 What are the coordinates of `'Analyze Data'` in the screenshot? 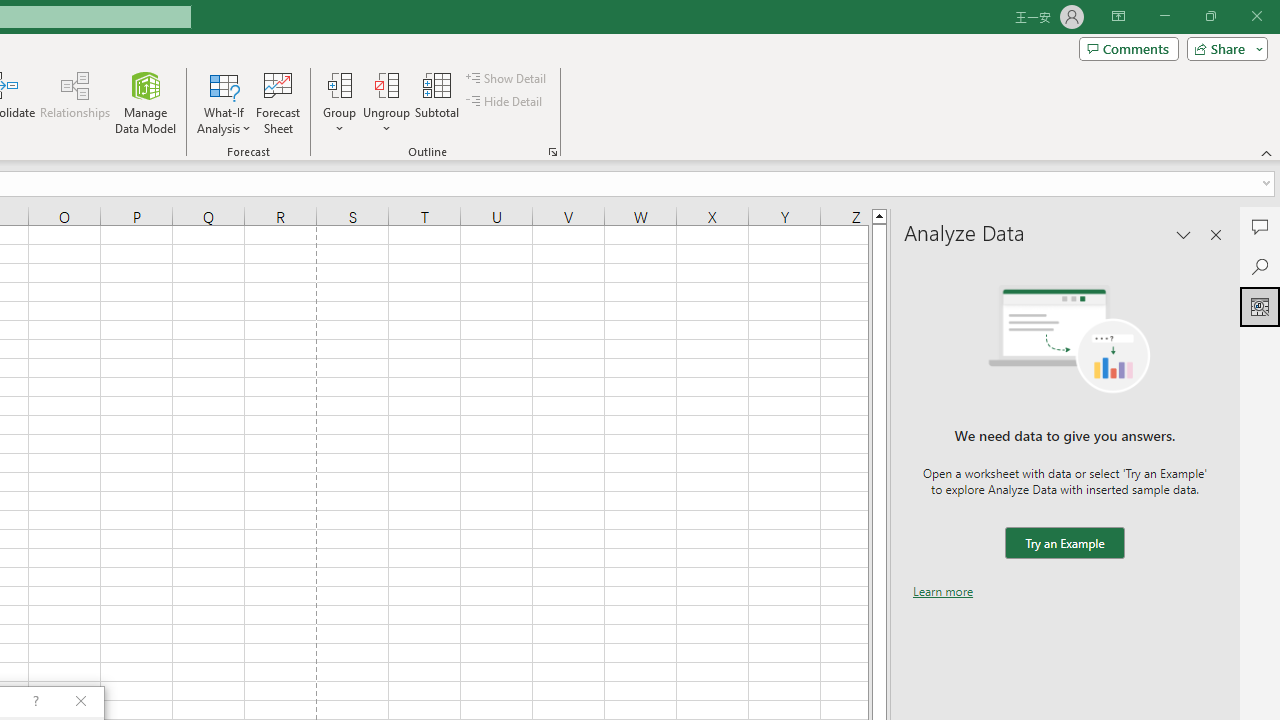 It's located at (1259, 307).